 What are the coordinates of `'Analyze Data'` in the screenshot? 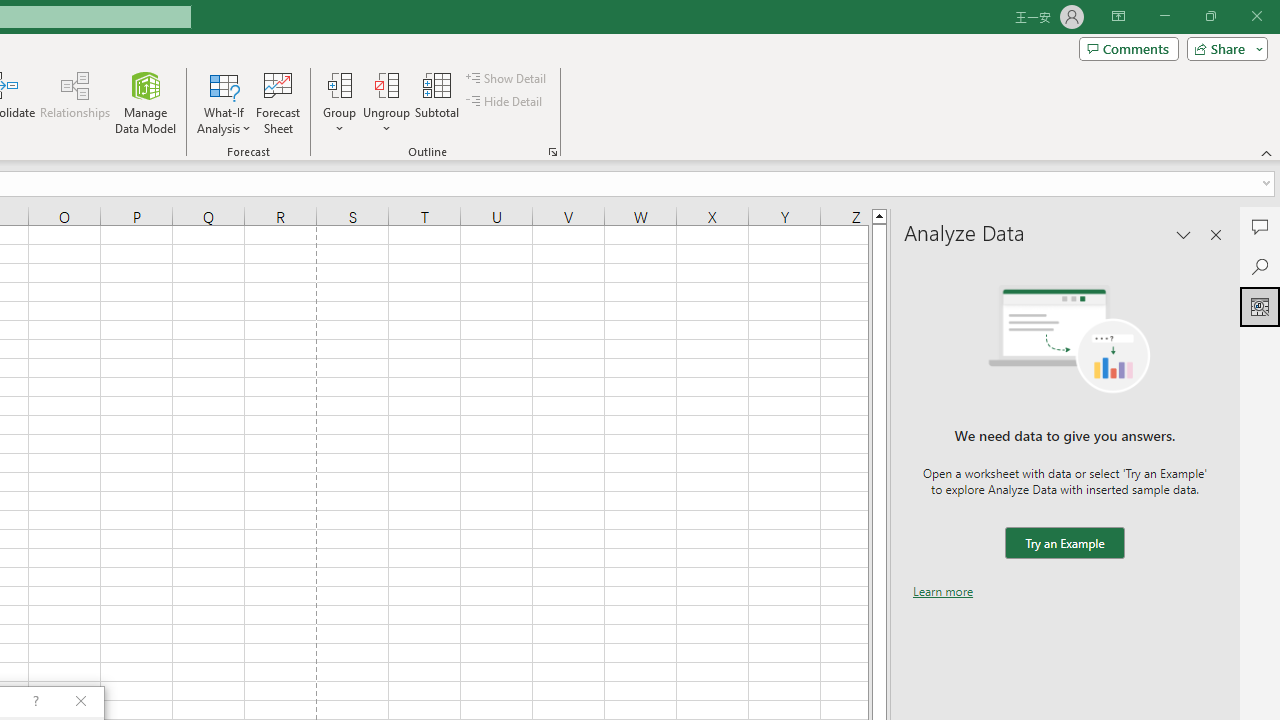 It's located at (1259, 307).